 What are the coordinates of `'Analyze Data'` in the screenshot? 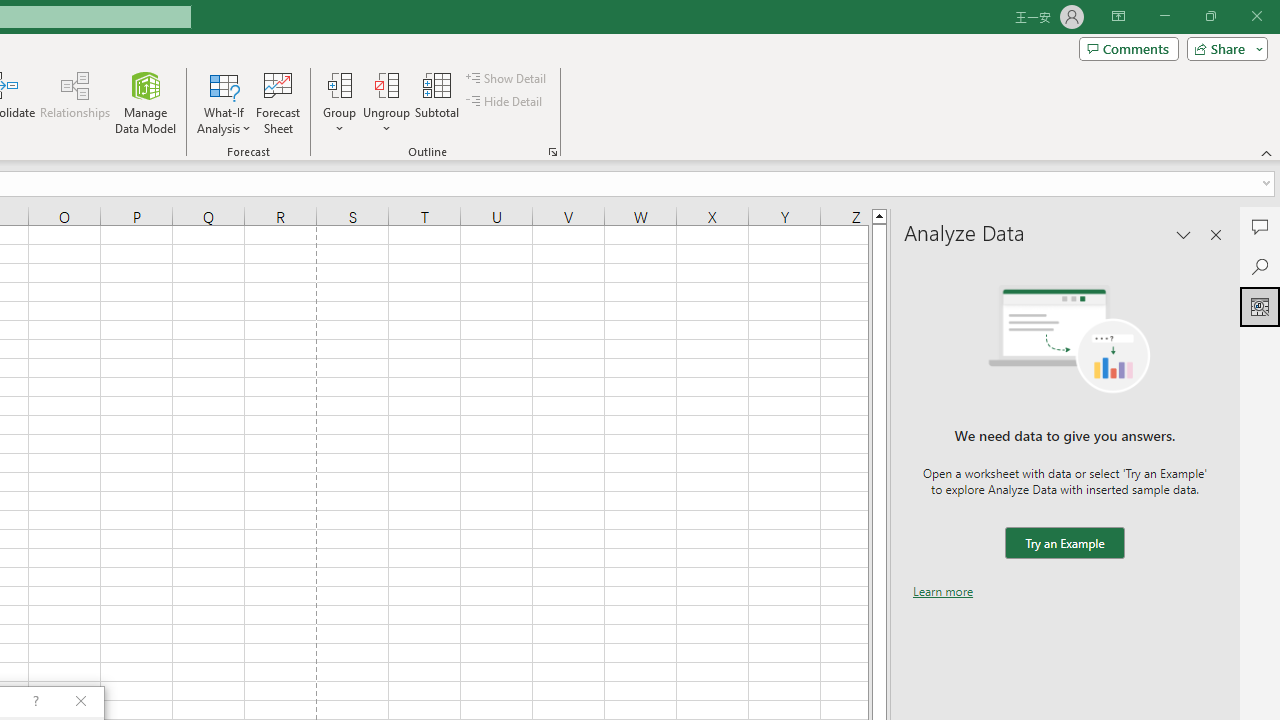 It's located at (1259, 307).